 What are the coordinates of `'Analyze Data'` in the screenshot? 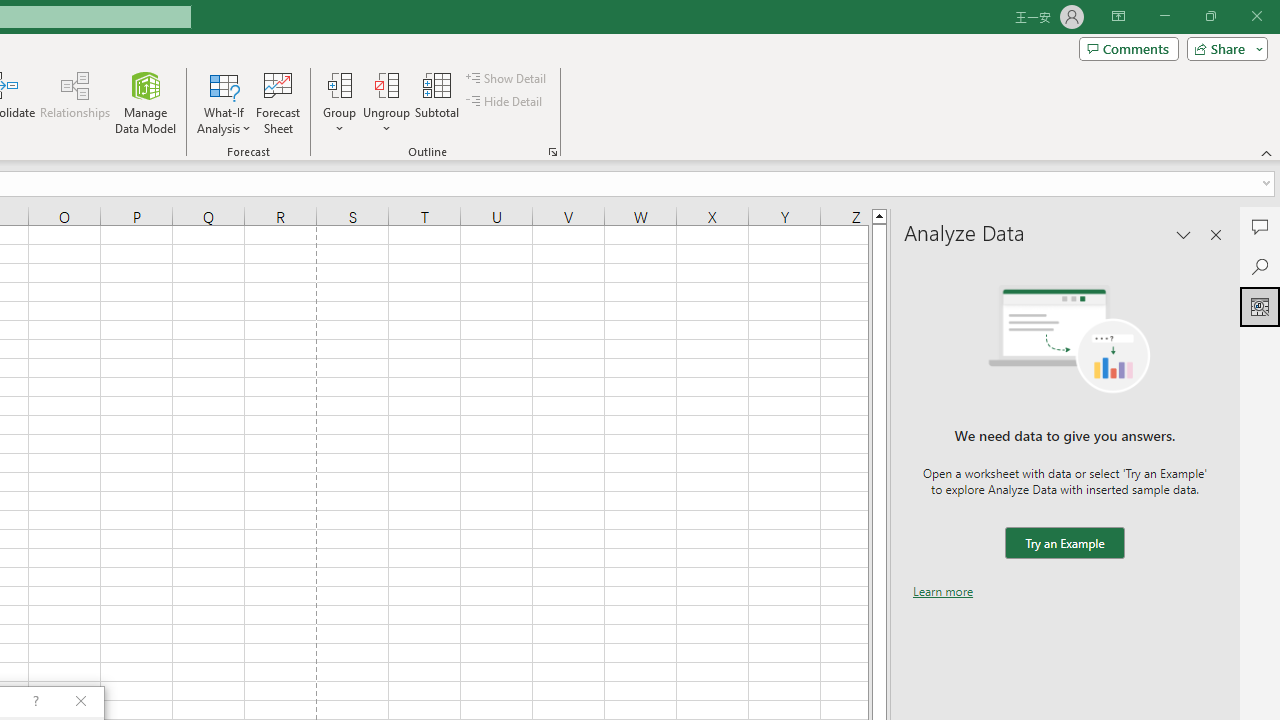 It's located at (1259, 307).